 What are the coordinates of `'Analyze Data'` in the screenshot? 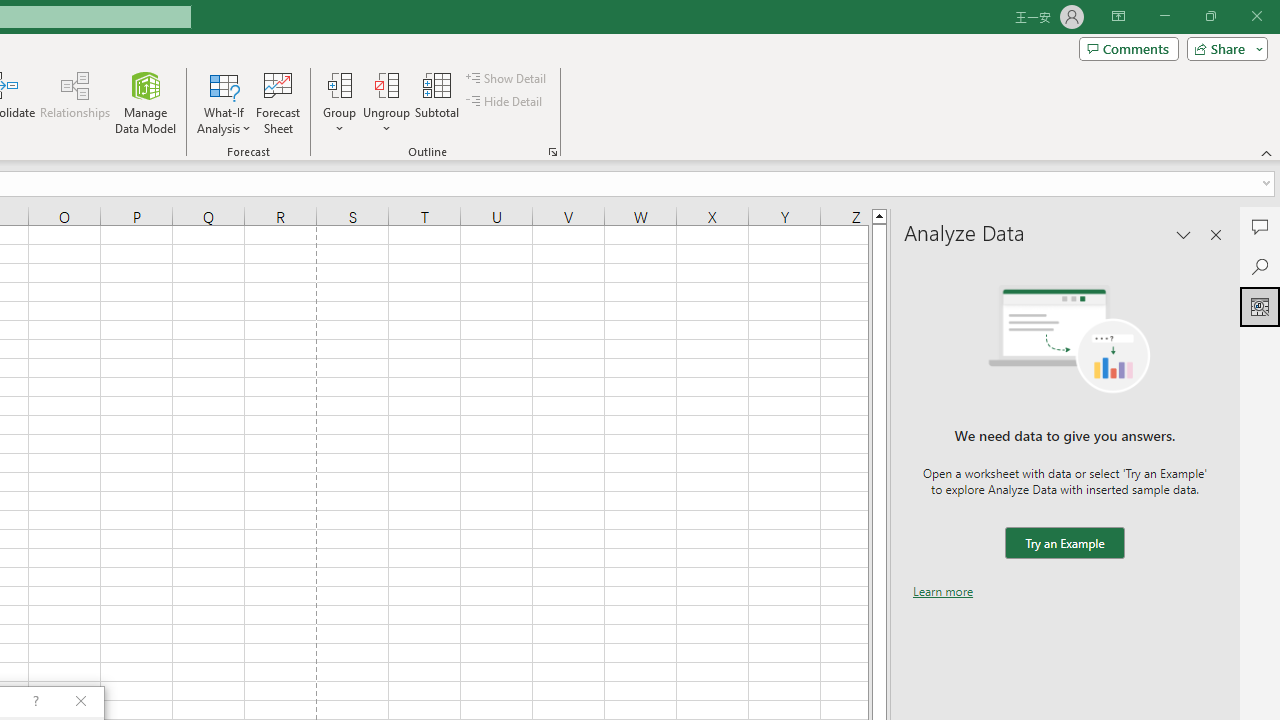 It's located at (1259, 307).